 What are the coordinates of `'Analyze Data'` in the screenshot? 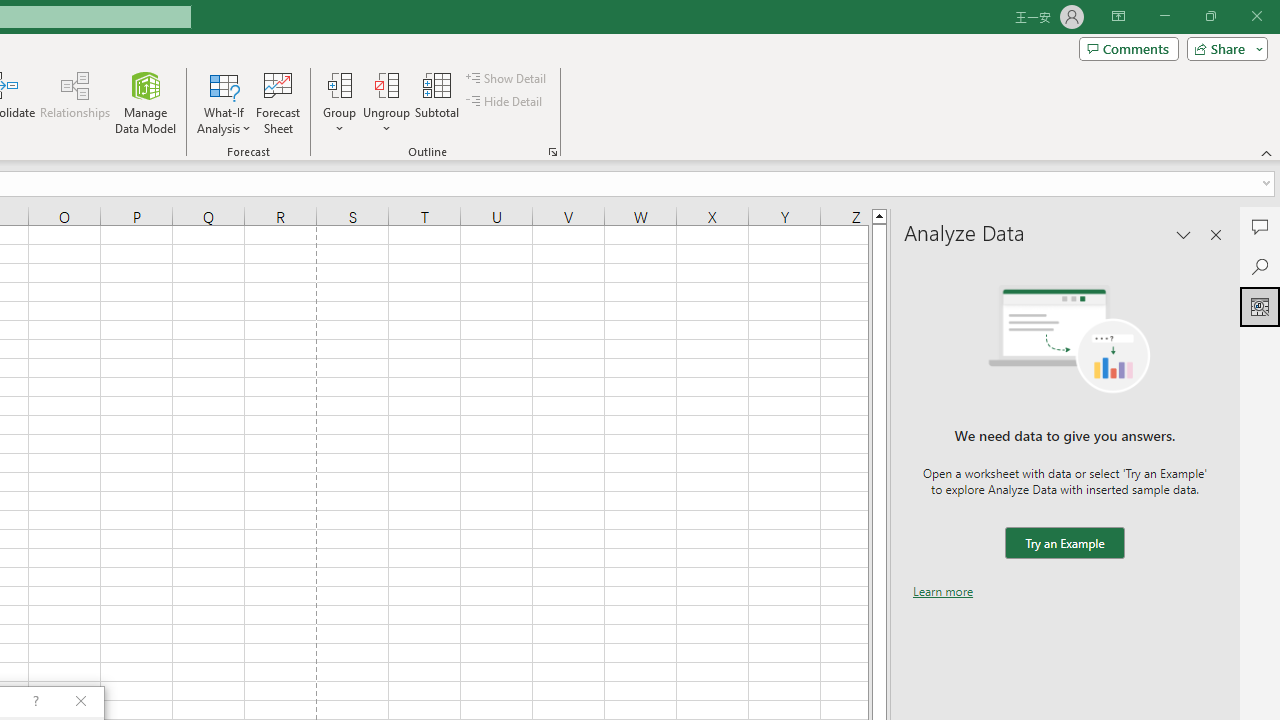 It's located at (1259, 307).